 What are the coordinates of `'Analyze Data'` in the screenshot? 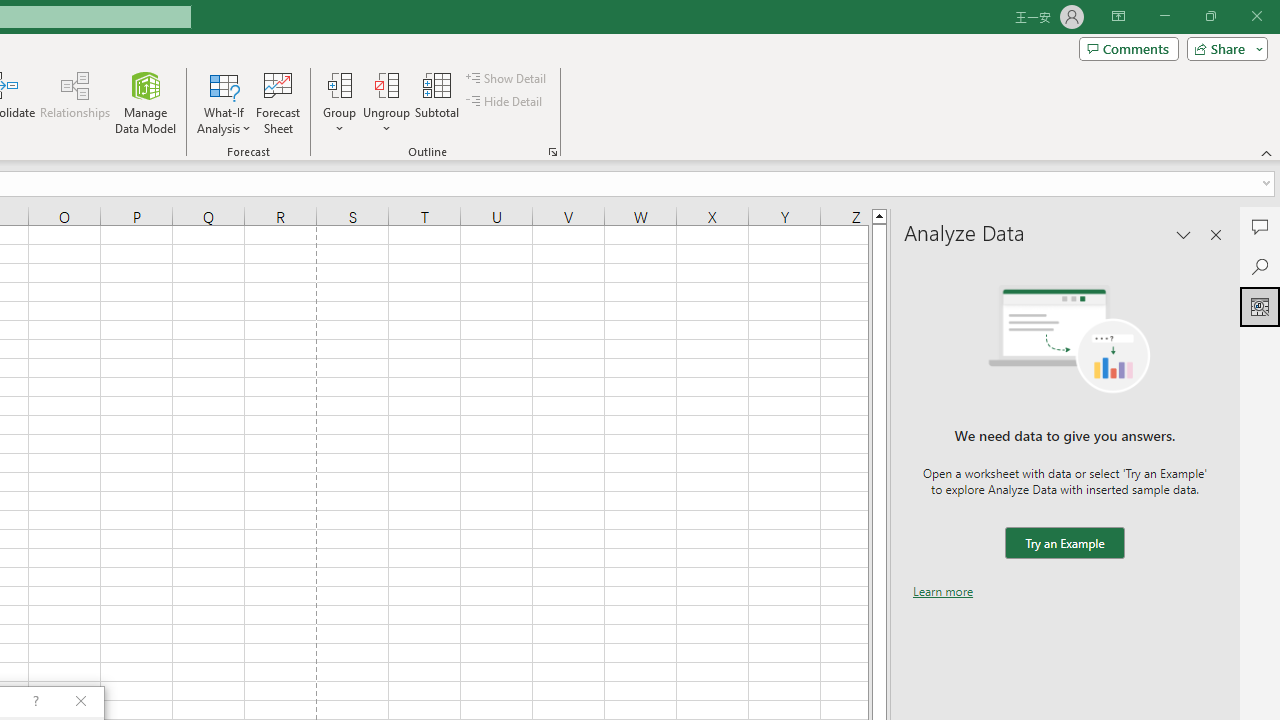 It's located at (1259, 307).